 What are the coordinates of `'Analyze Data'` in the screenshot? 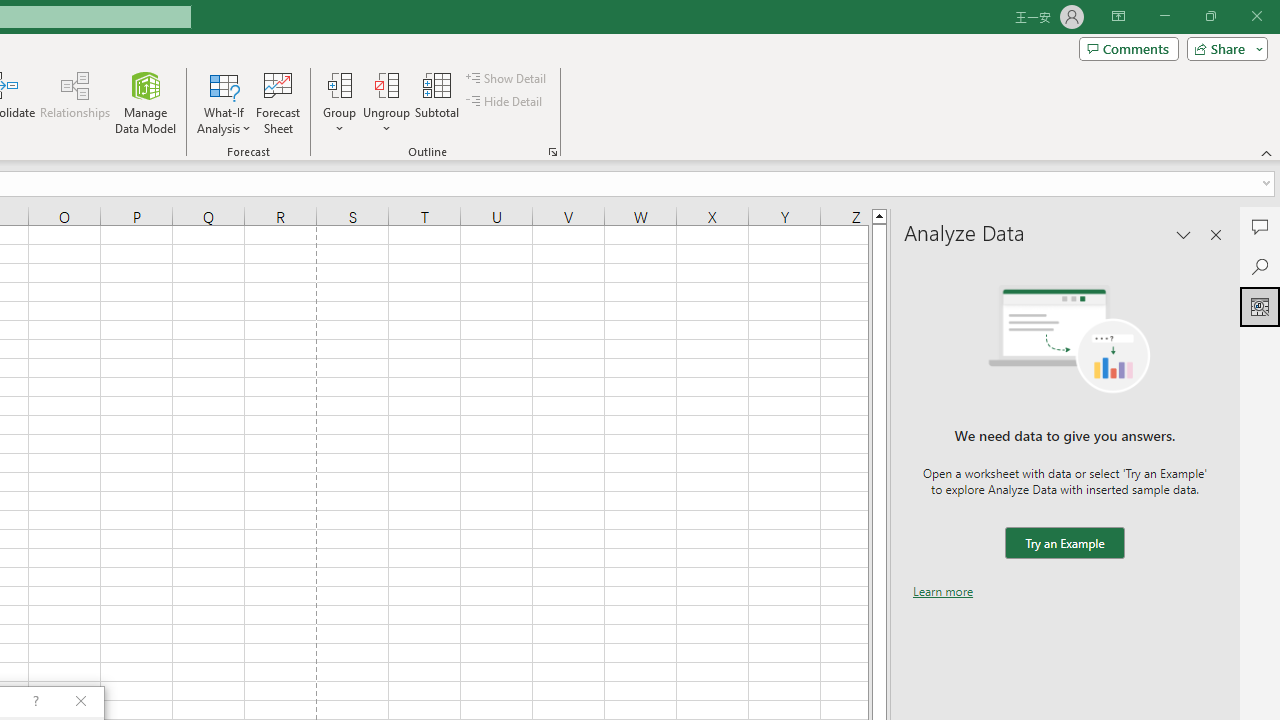 It's located at (1259, 307).